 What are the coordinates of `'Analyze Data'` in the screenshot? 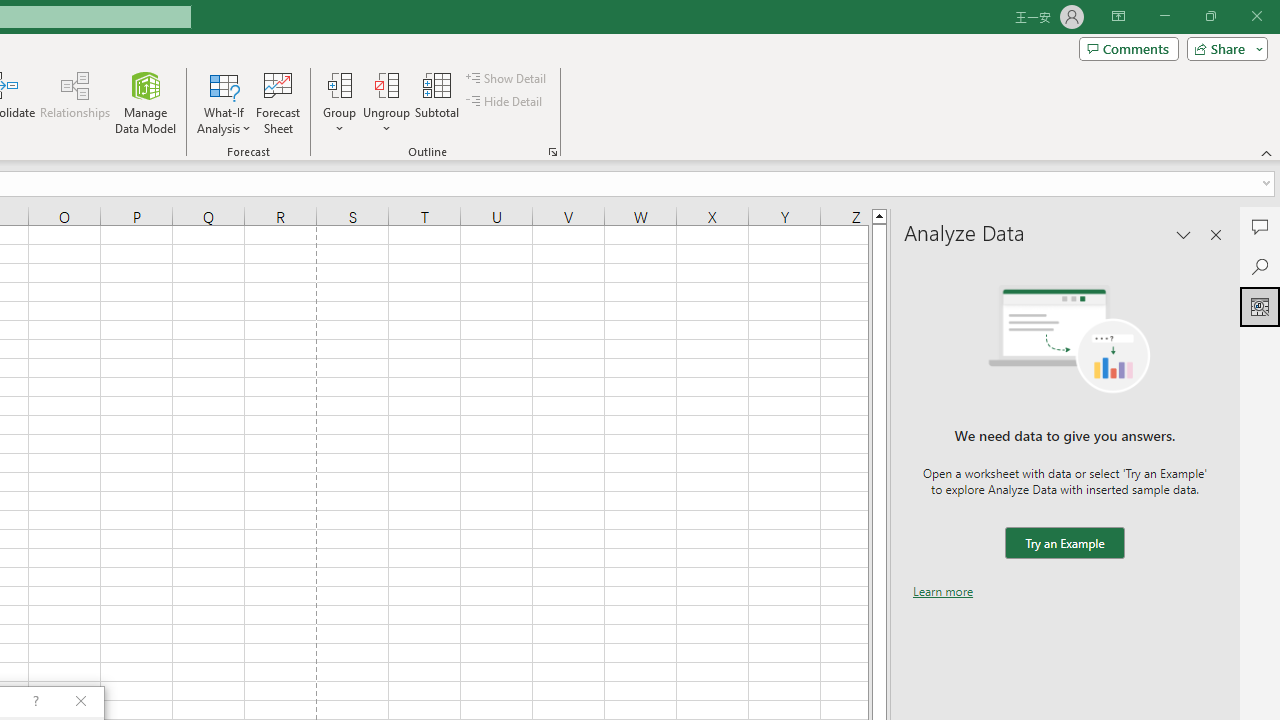 It's located at (1259, 307).